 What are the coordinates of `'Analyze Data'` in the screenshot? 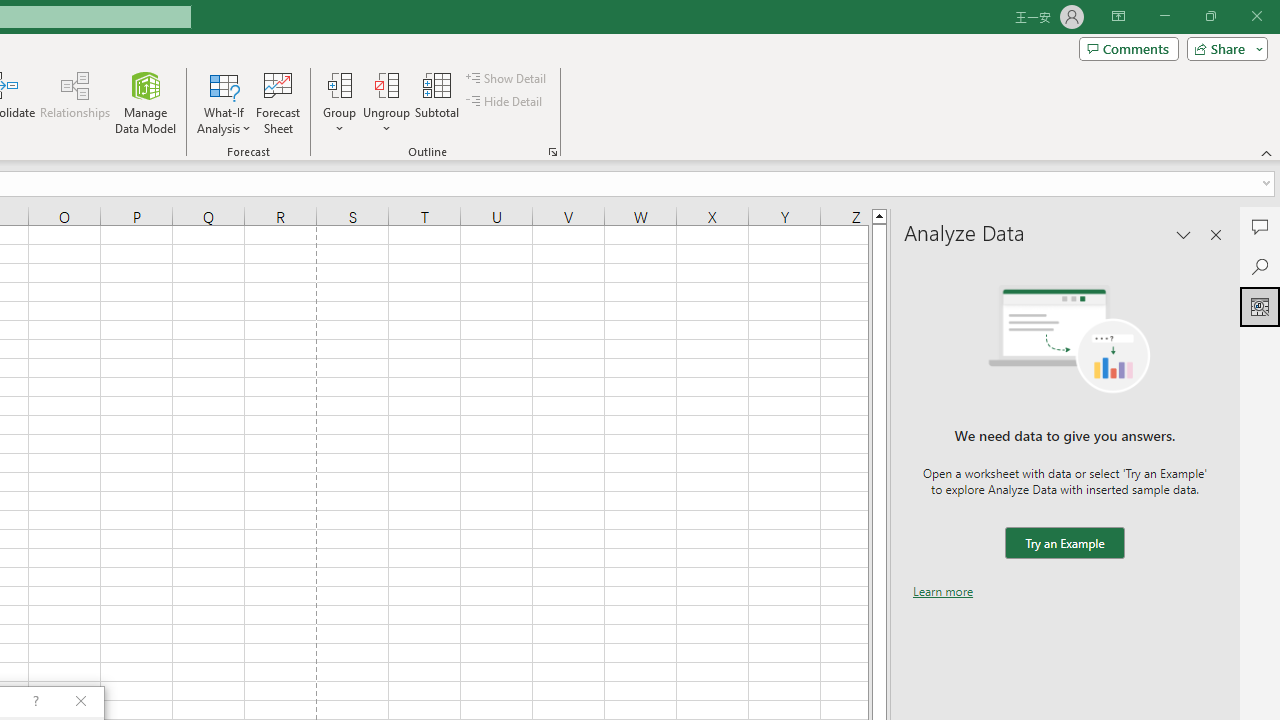 It's located at (1259, 307).